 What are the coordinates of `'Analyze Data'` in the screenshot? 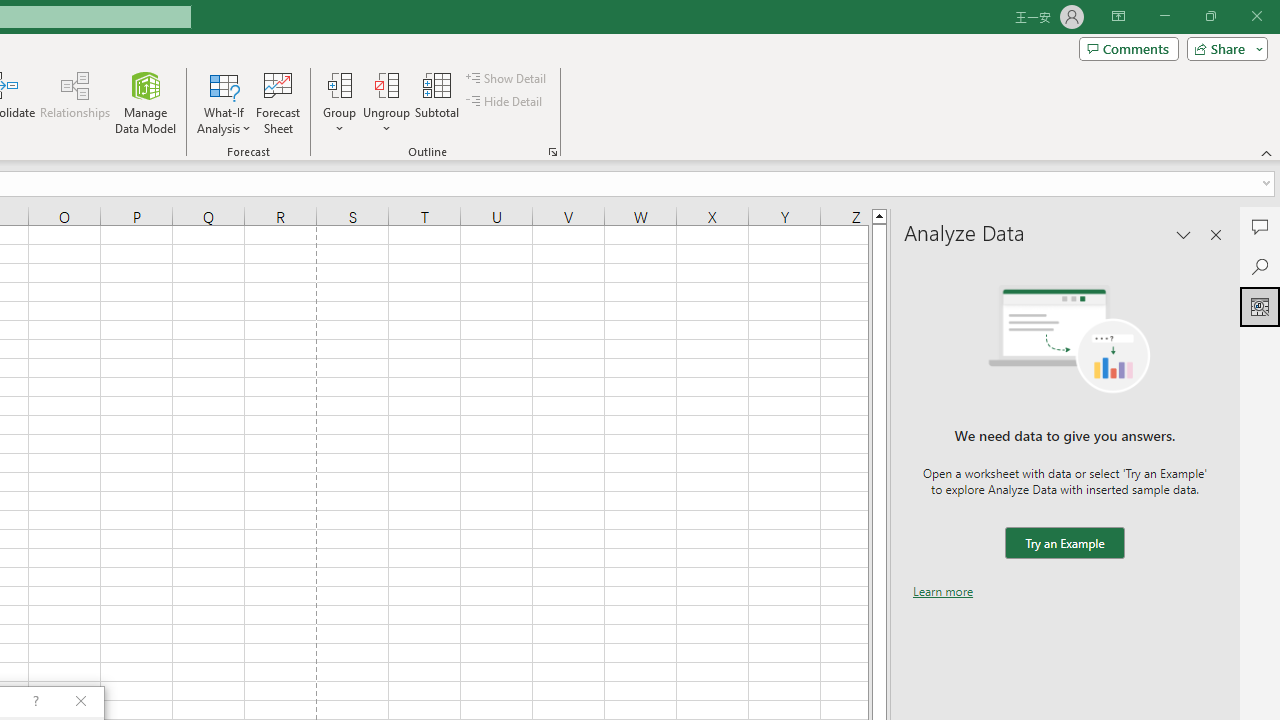 It's located at (1259, 307).